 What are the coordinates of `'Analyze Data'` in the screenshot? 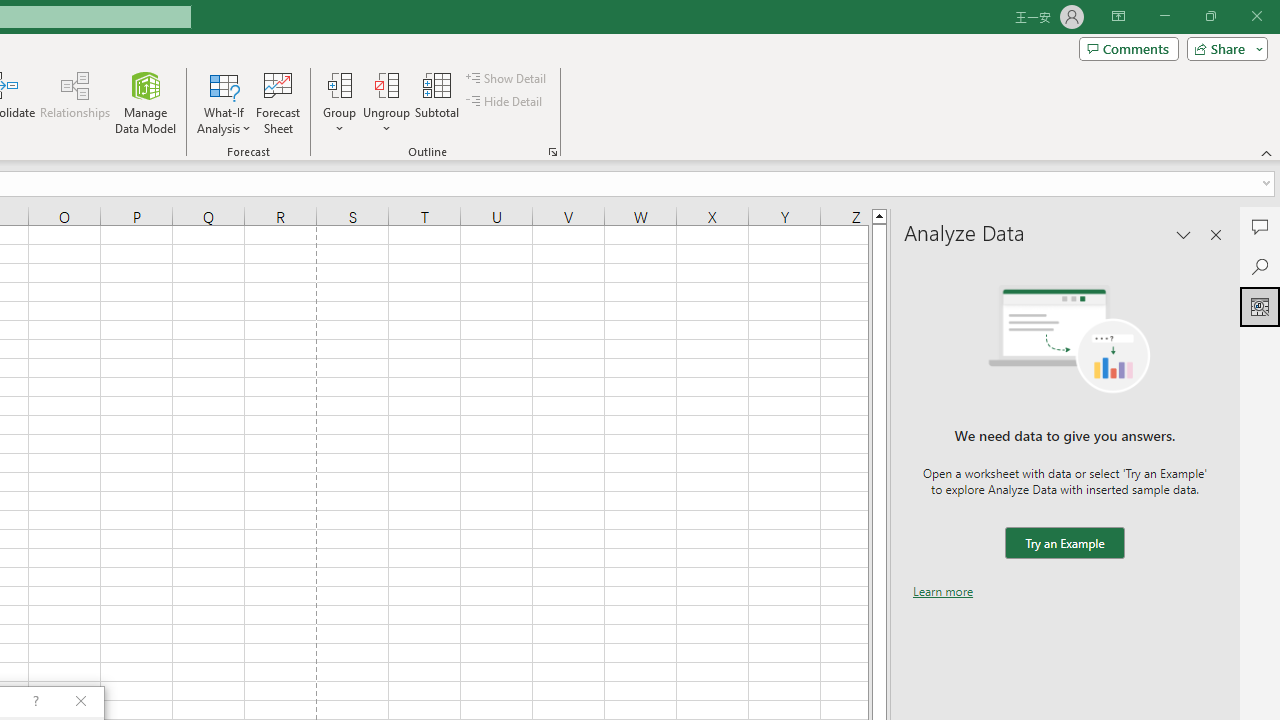 It's located at (1259, 307).